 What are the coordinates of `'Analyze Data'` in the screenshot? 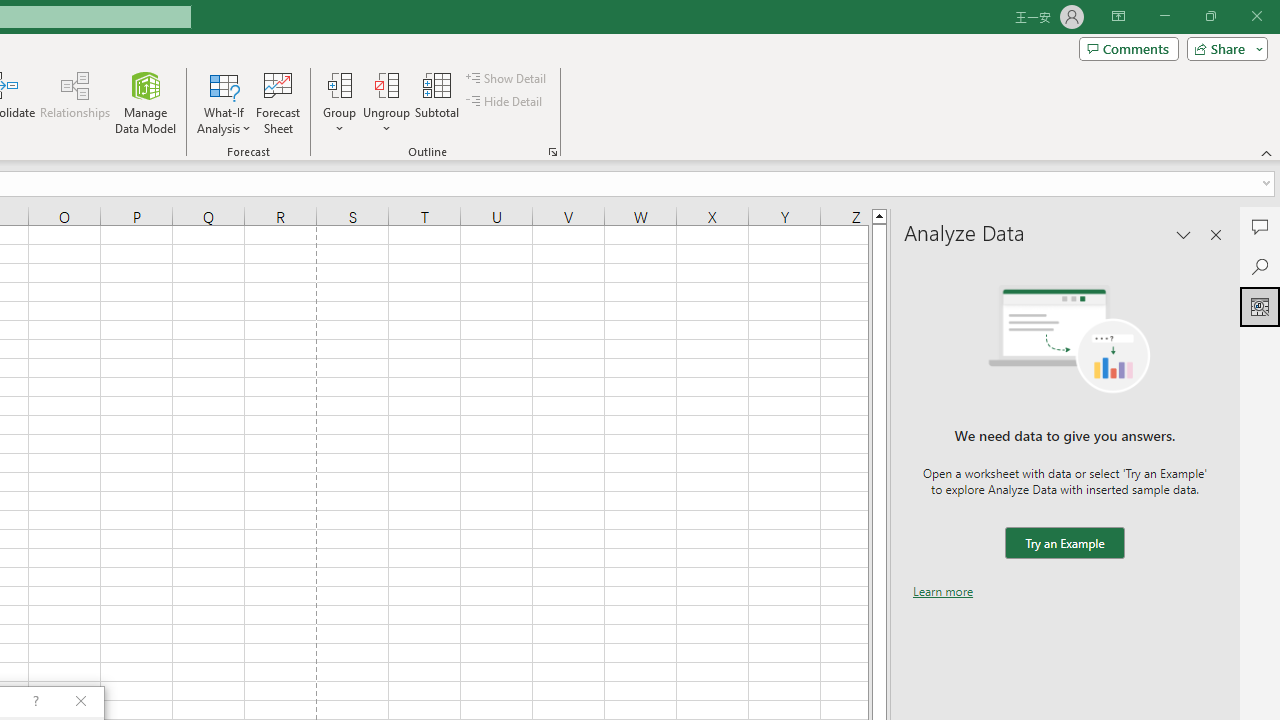 It's located at (1259, 307).